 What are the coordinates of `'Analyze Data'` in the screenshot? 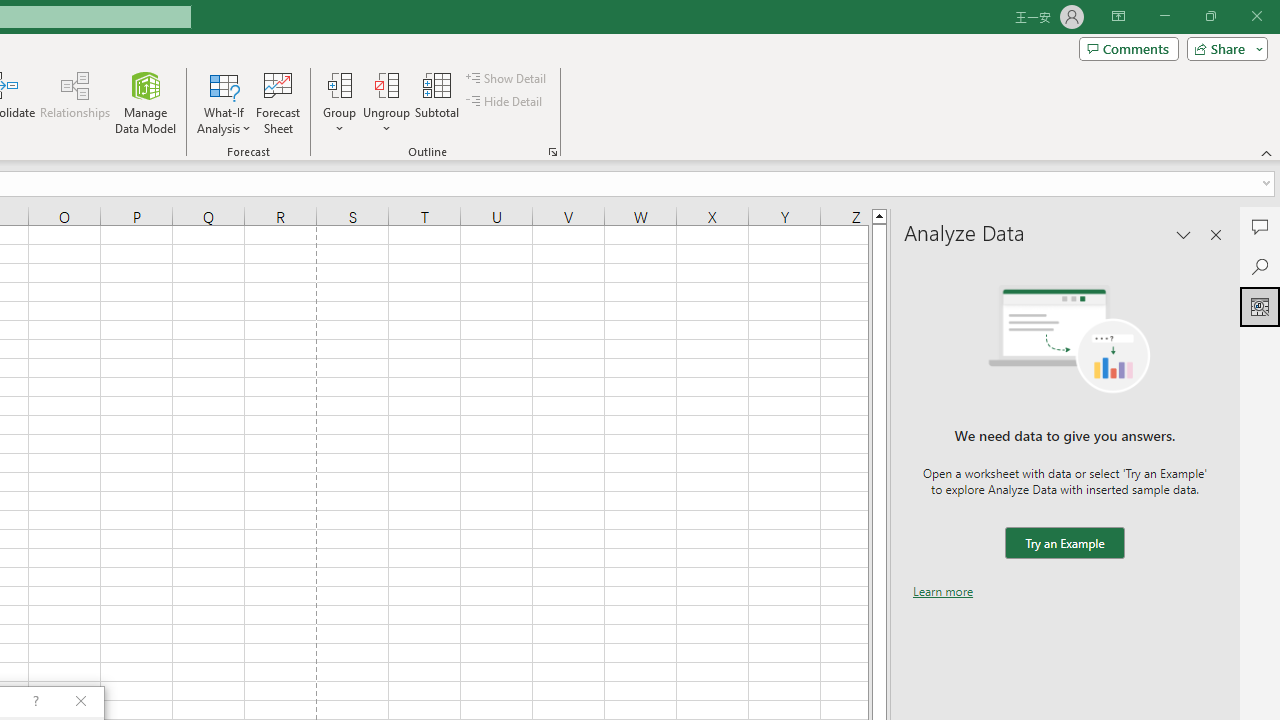 It's located at (1259, 307).